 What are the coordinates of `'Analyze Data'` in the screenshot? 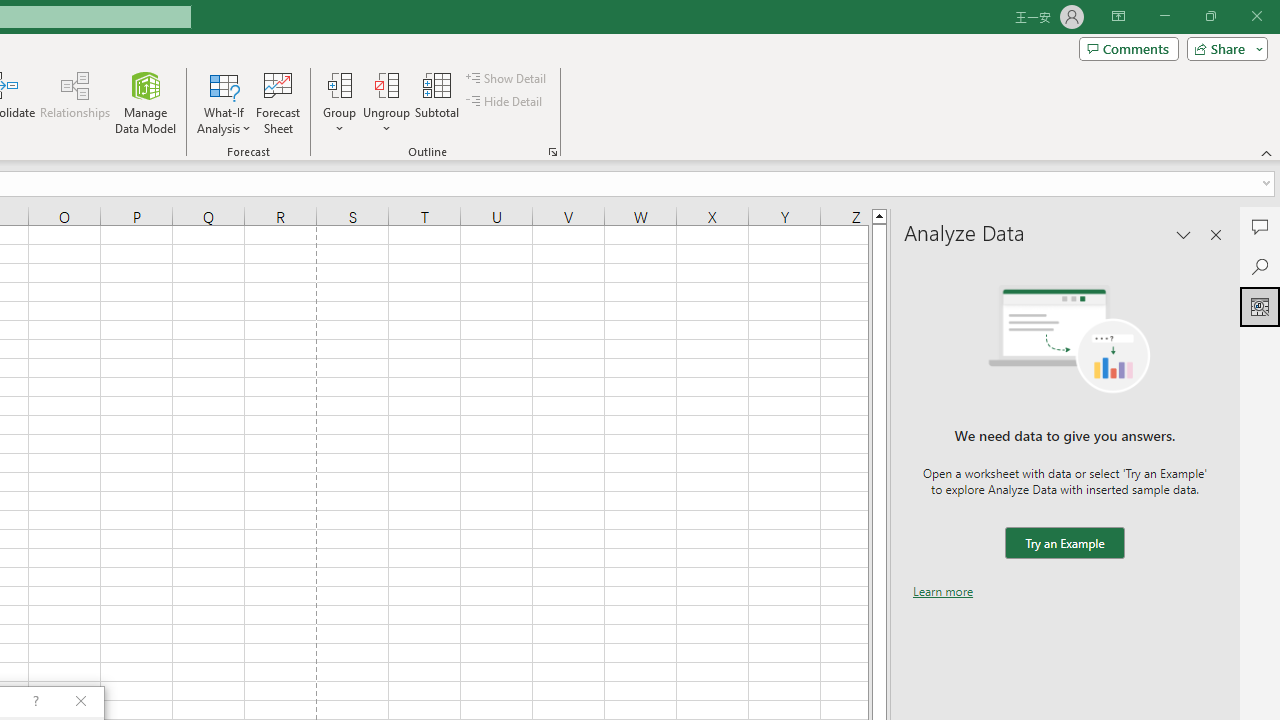 It's located at (1259, 307).